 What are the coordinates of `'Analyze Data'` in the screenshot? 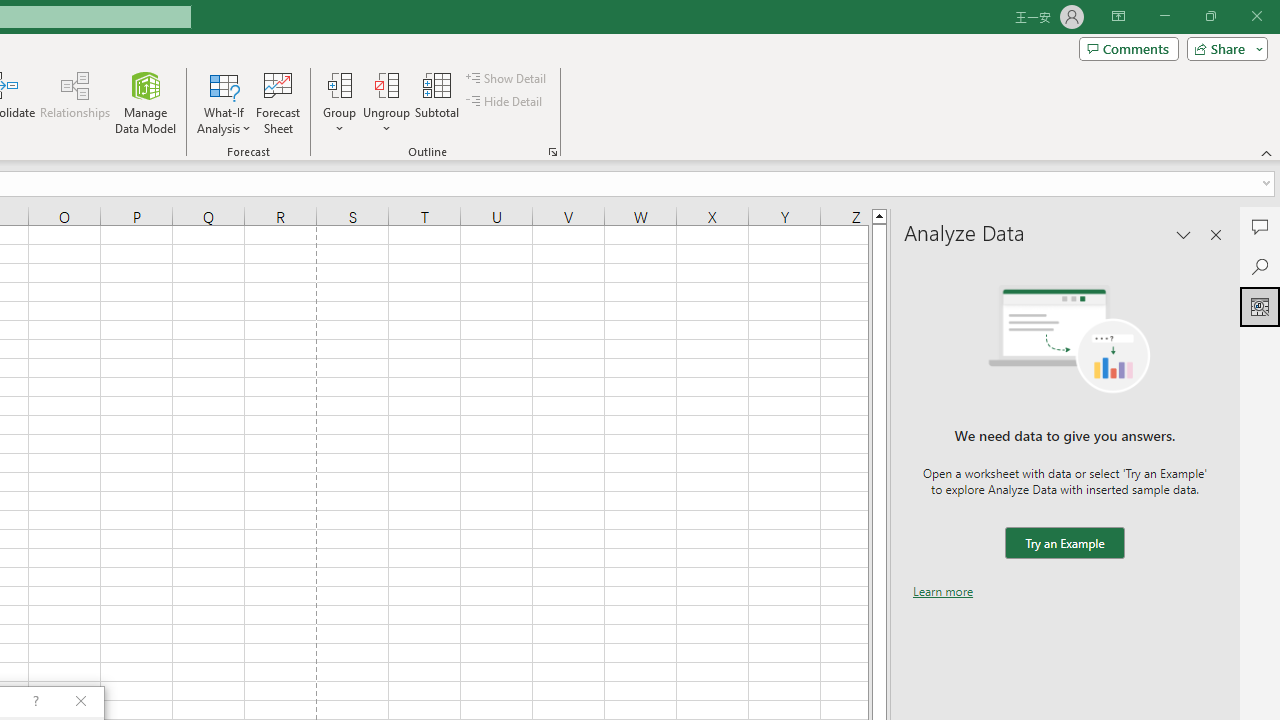 It's located at (1259, 307).